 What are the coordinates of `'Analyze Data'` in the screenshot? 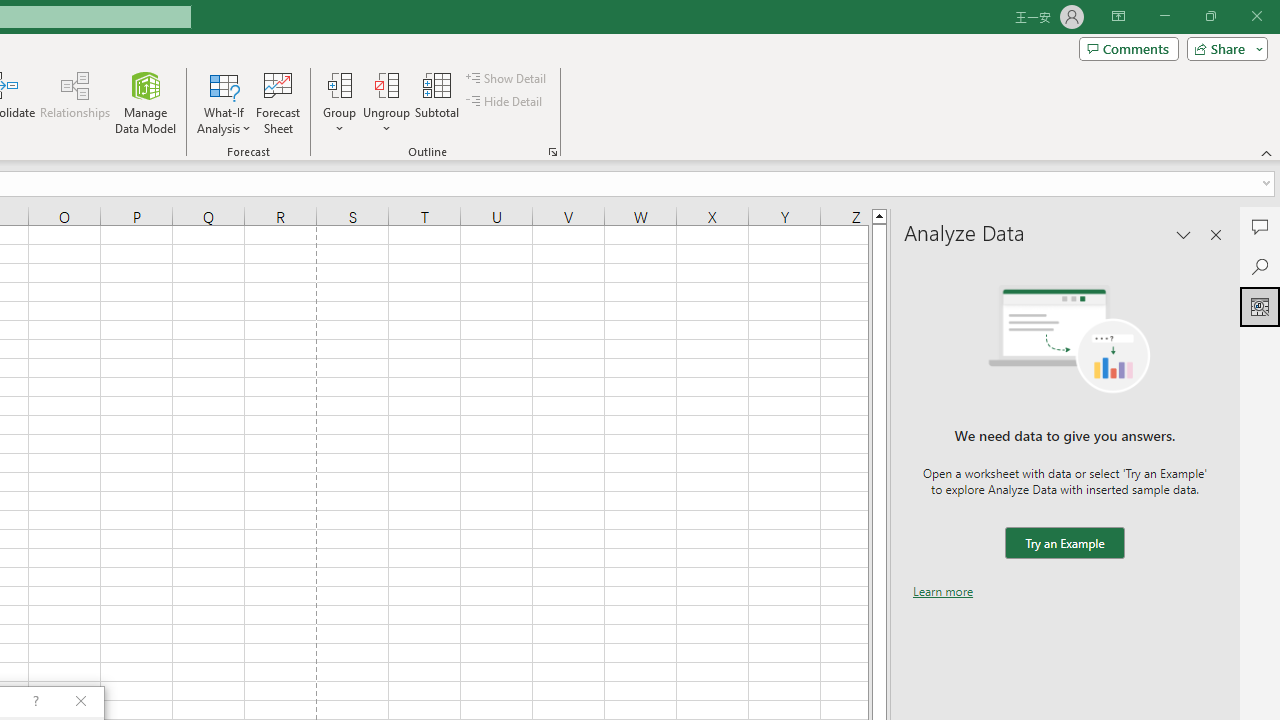 It's located at (1259, 307).